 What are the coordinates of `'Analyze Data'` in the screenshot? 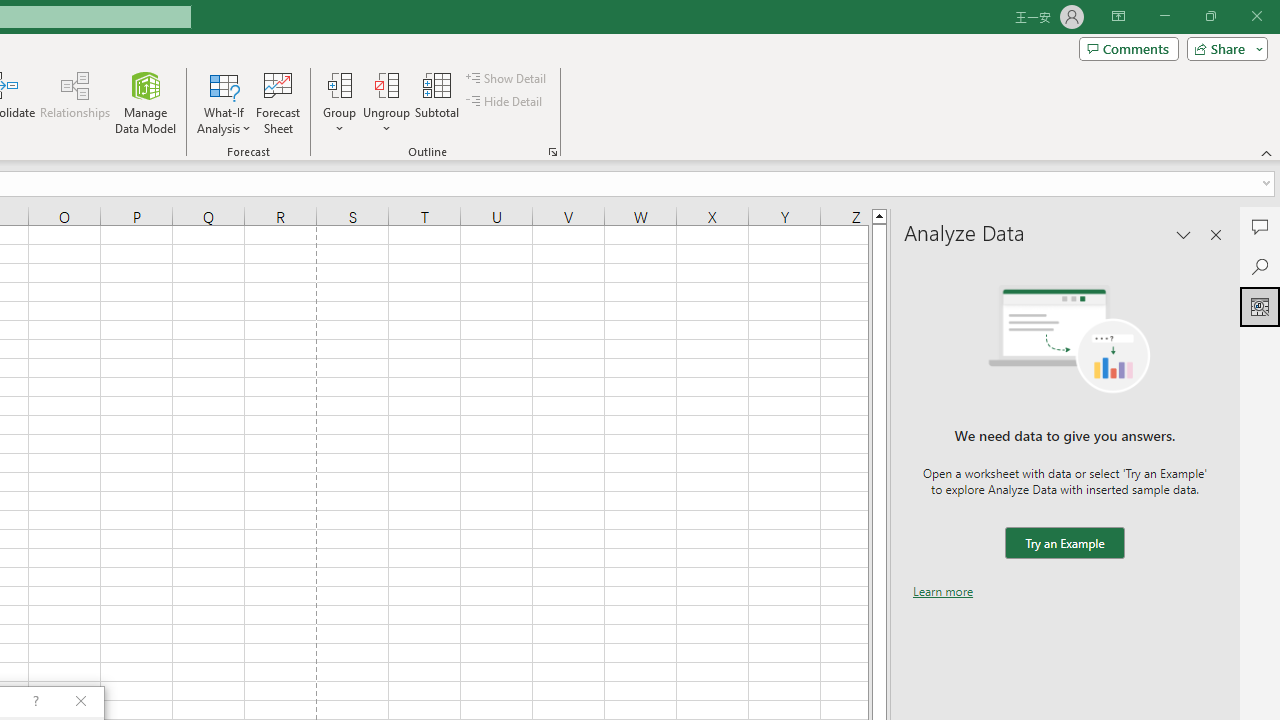 It's located at (1259, 307).